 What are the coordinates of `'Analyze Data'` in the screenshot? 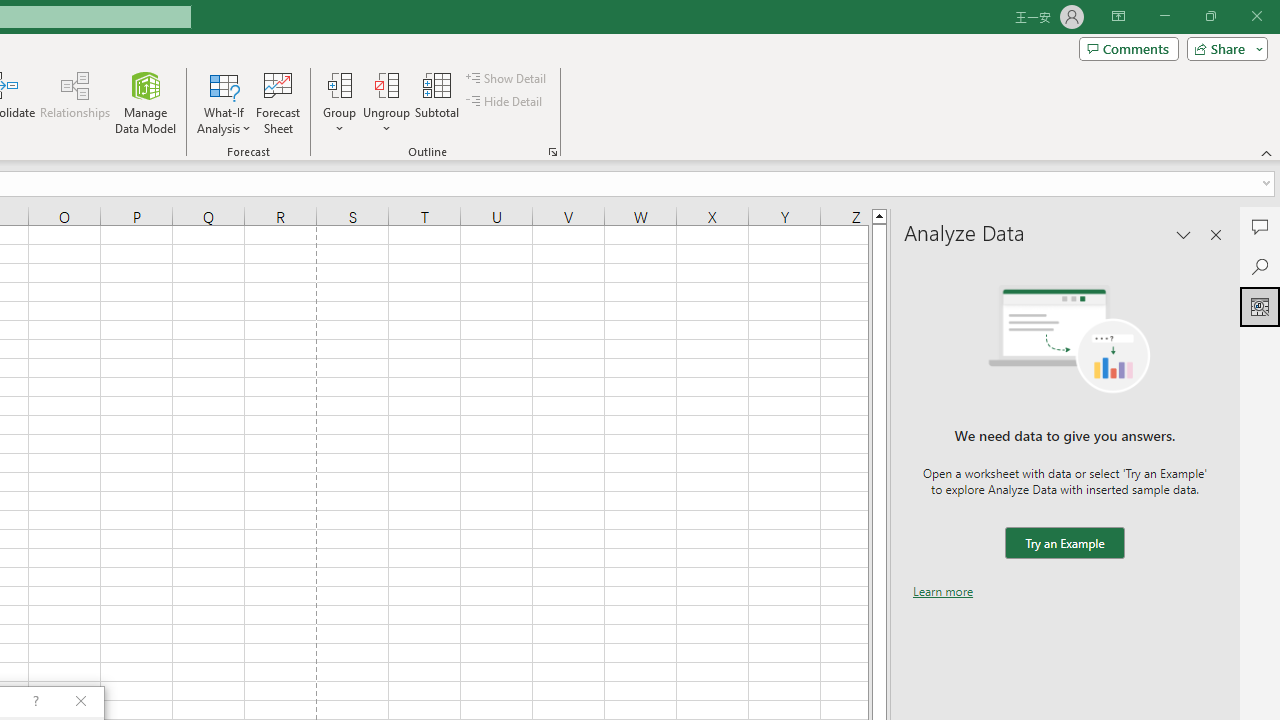 It's located at (1259, 307).